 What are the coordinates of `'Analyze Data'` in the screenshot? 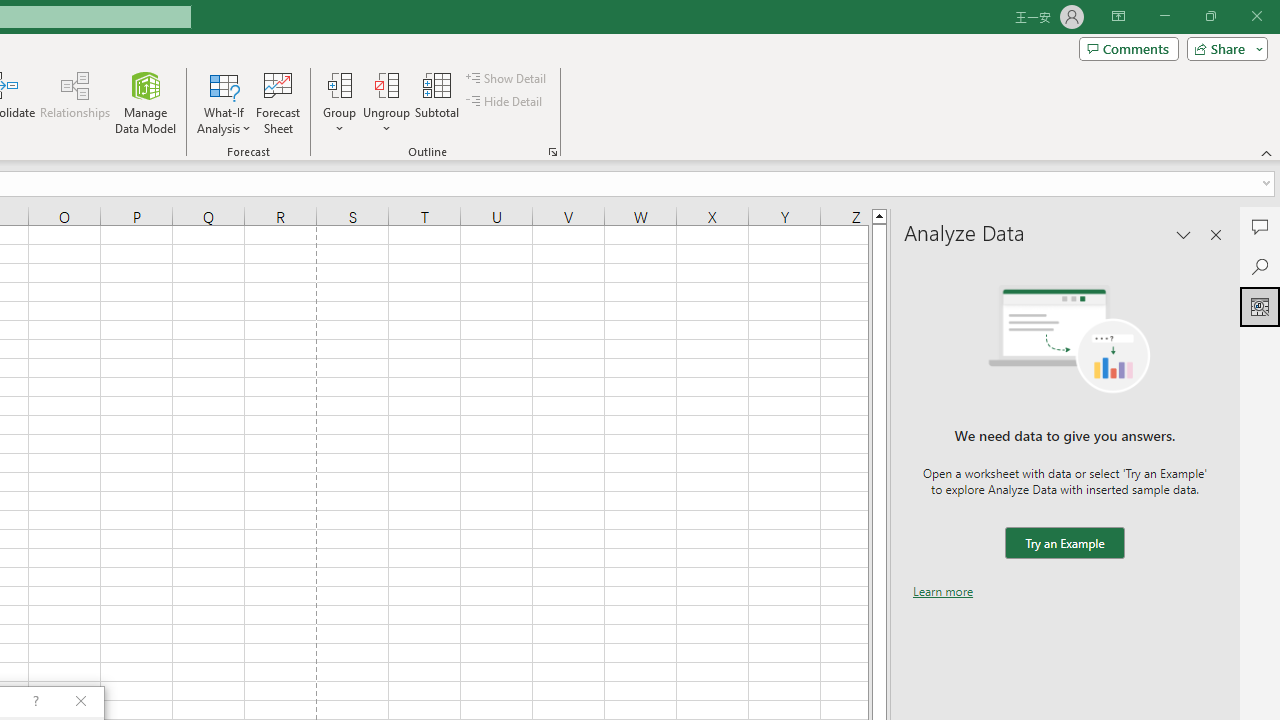 It's located at (1259, 307).